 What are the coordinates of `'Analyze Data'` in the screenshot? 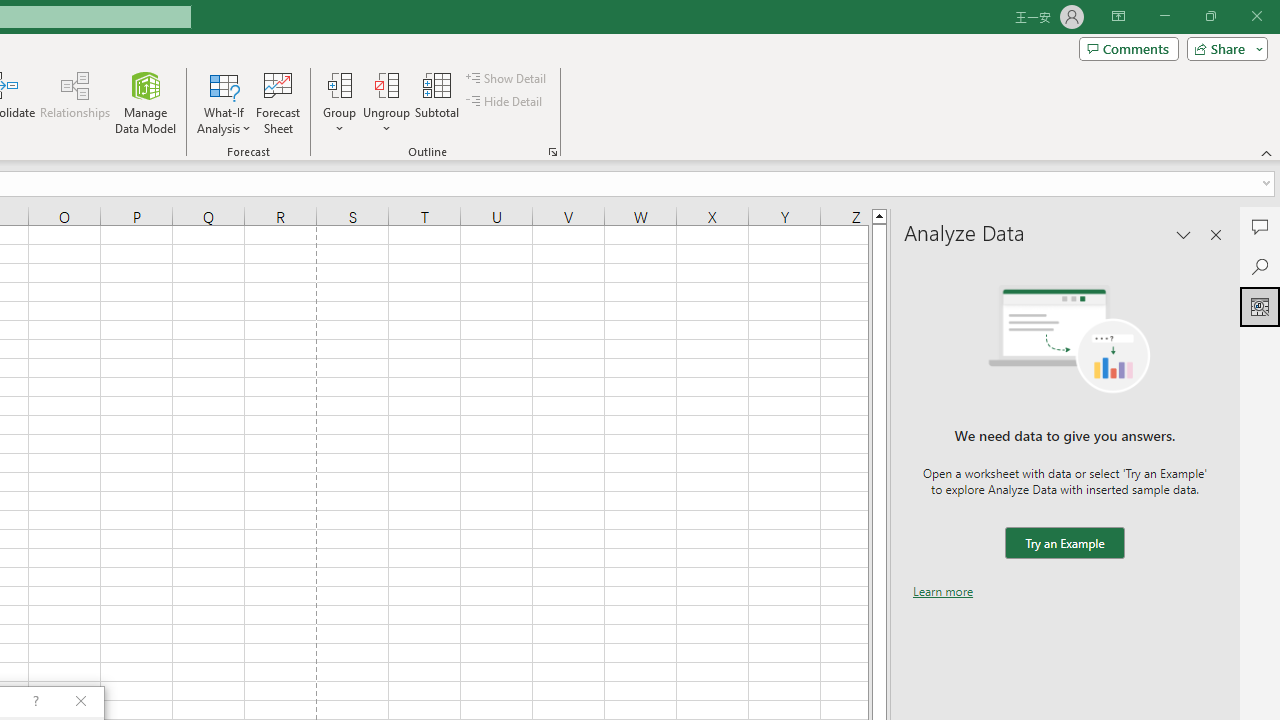 It's located at (1259, 307).